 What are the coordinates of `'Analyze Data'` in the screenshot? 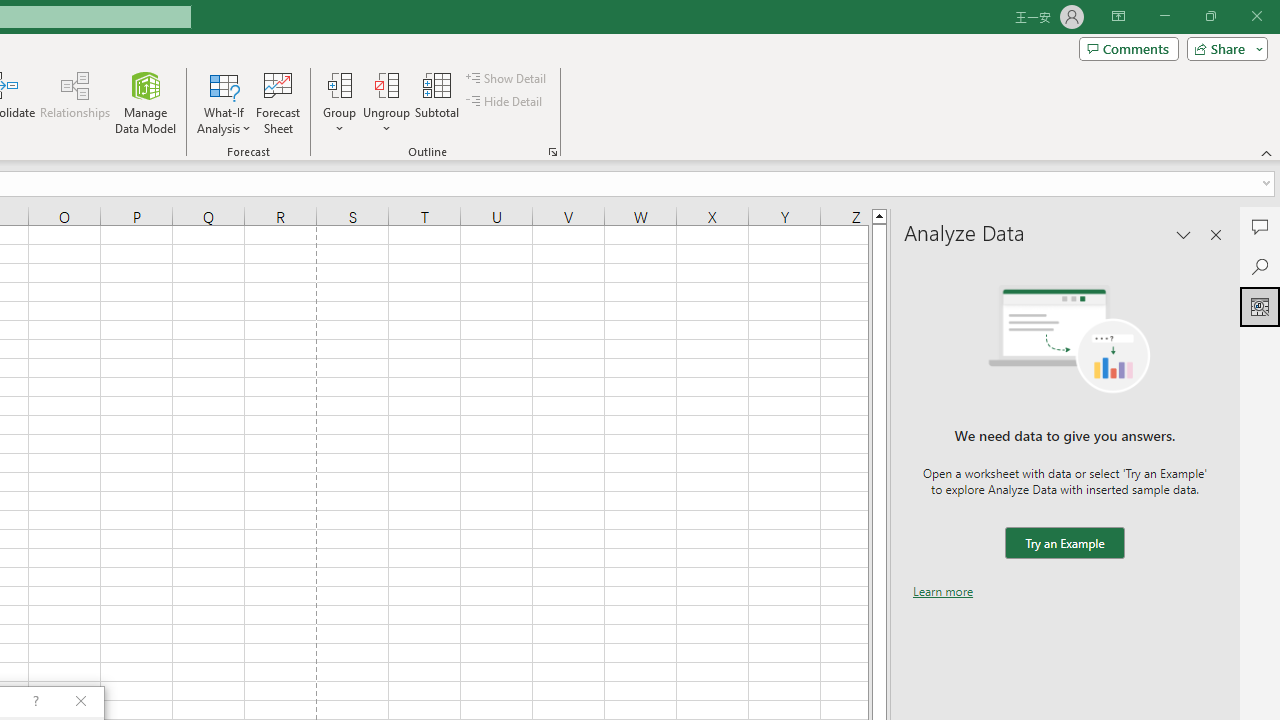 It's located at (1259, 307).